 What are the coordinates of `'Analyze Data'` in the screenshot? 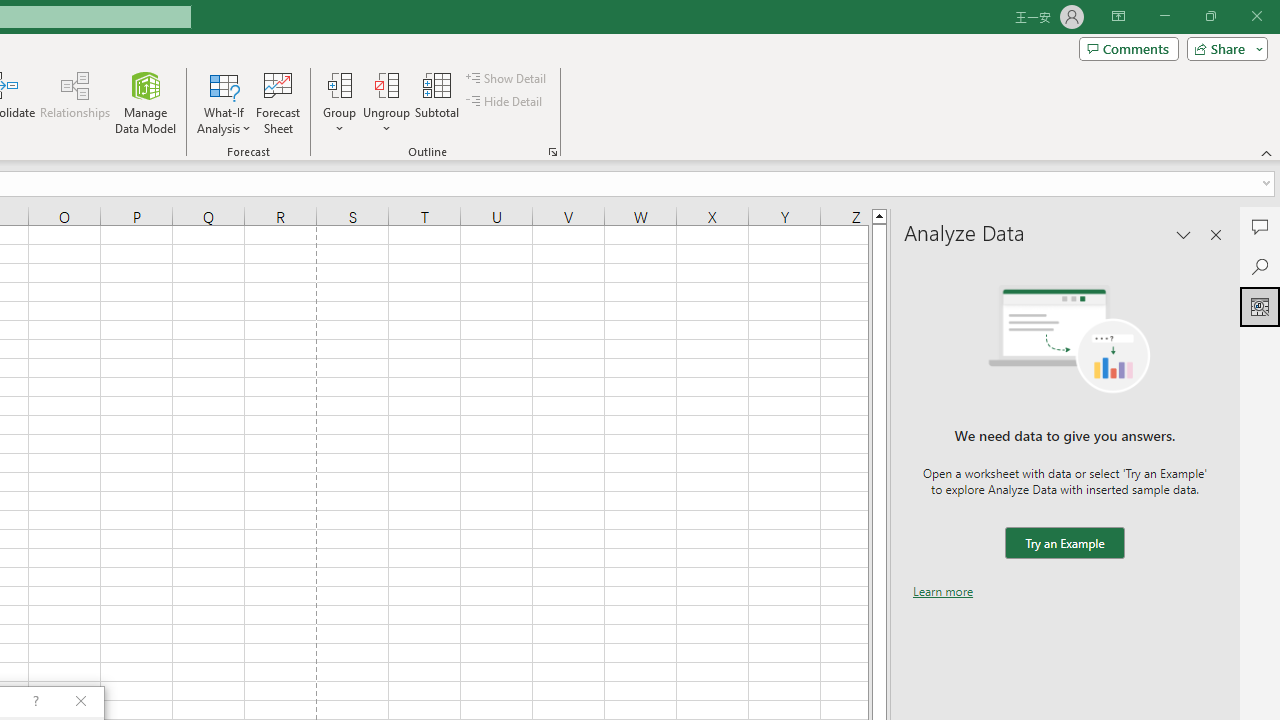 It's located at (1259, 307).